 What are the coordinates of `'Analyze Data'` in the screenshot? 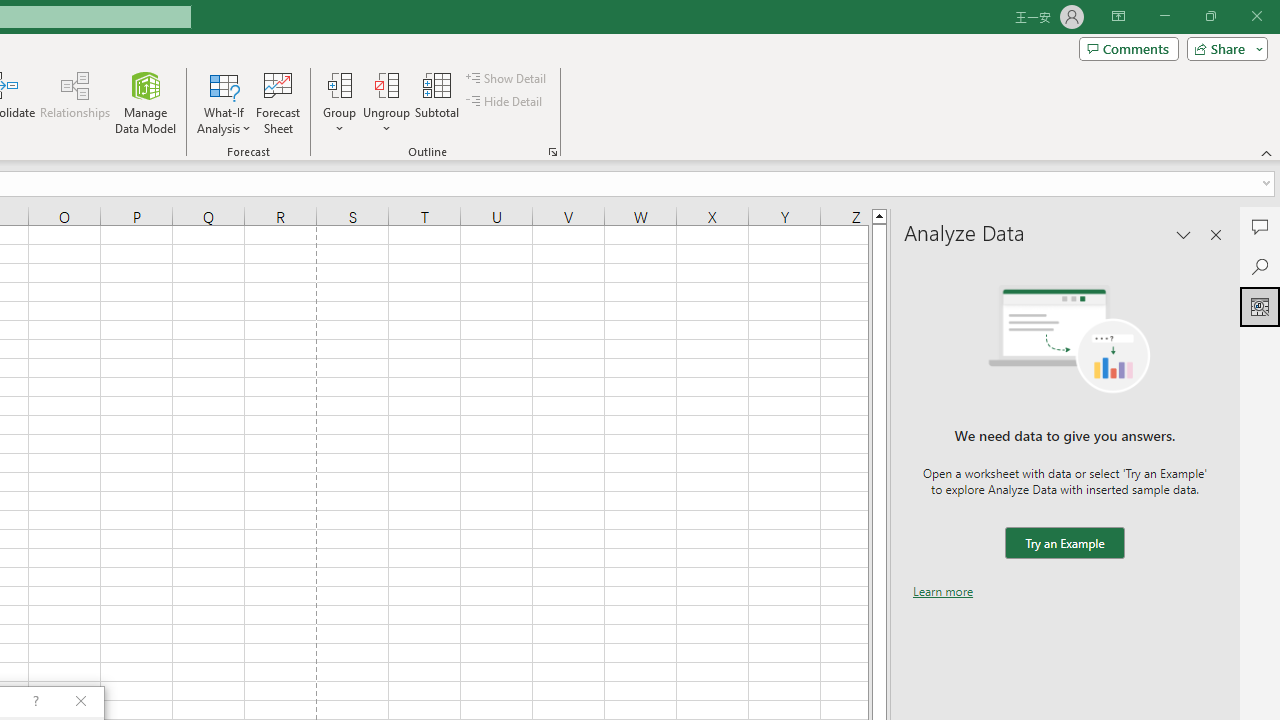 It's located at (1259, 307).